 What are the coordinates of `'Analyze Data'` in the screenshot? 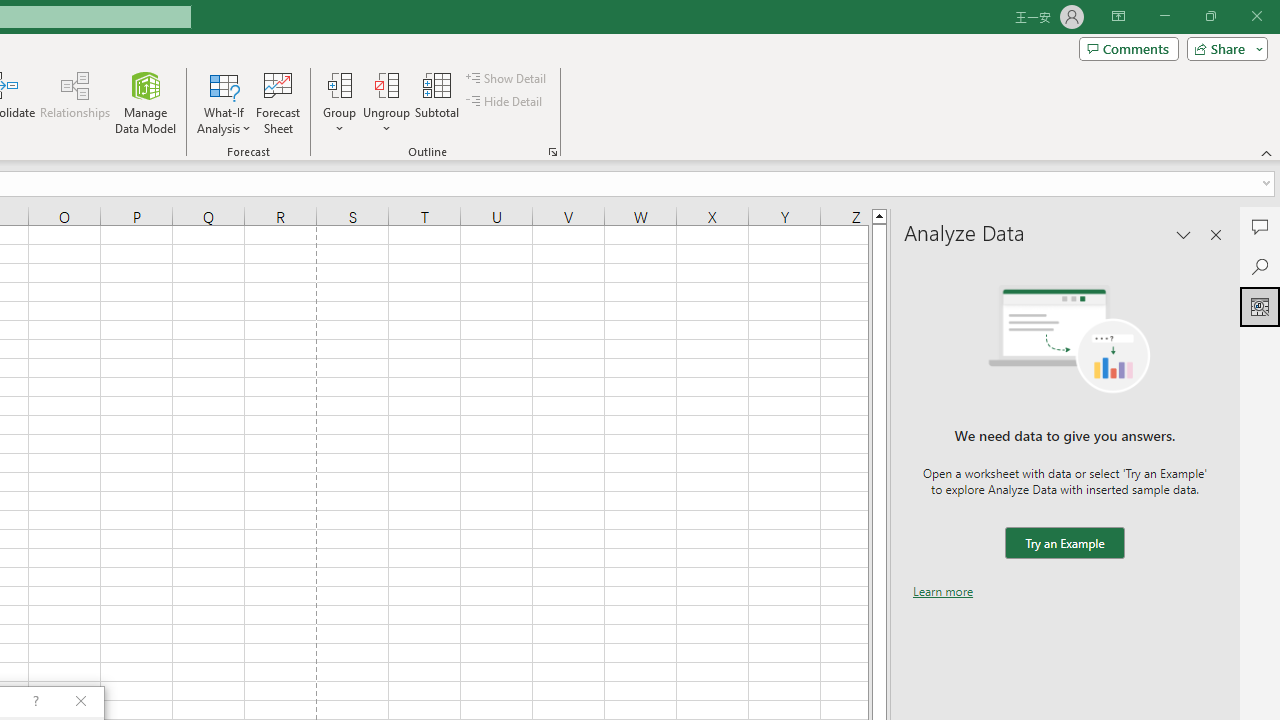 It's located at (1259, 307).